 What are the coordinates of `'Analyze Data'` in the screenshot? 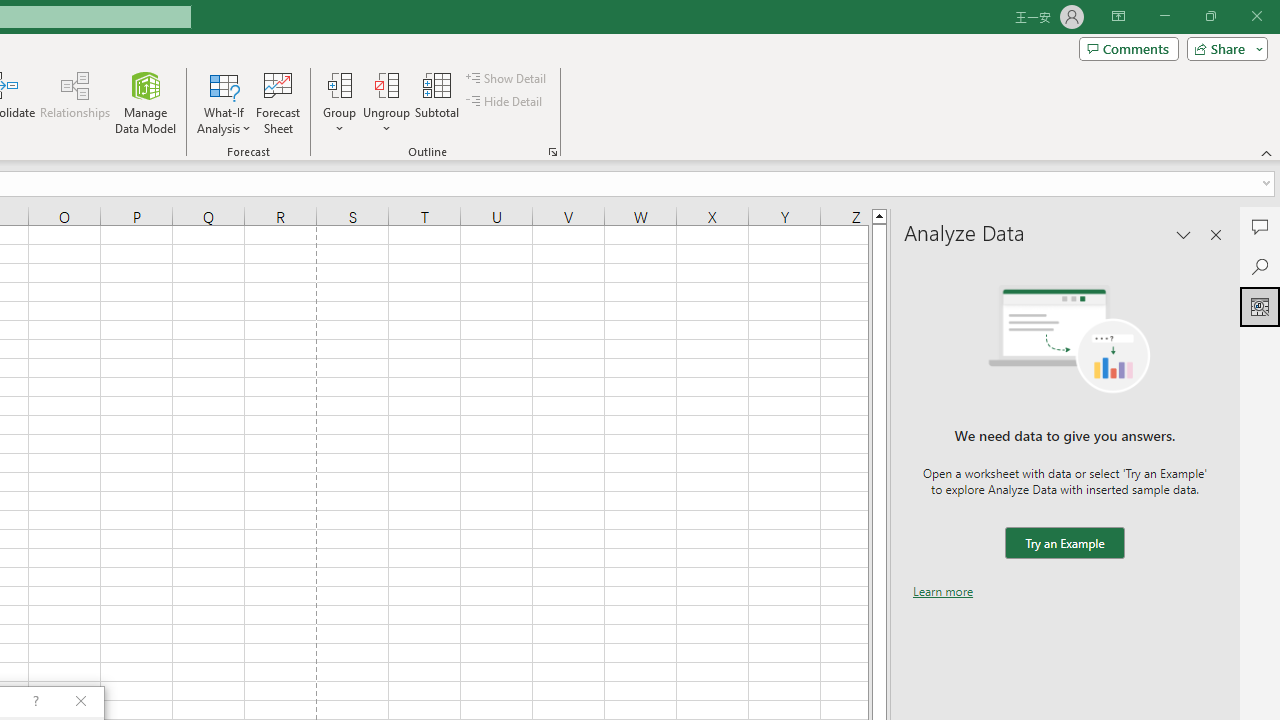 It's located at (1259, 307).